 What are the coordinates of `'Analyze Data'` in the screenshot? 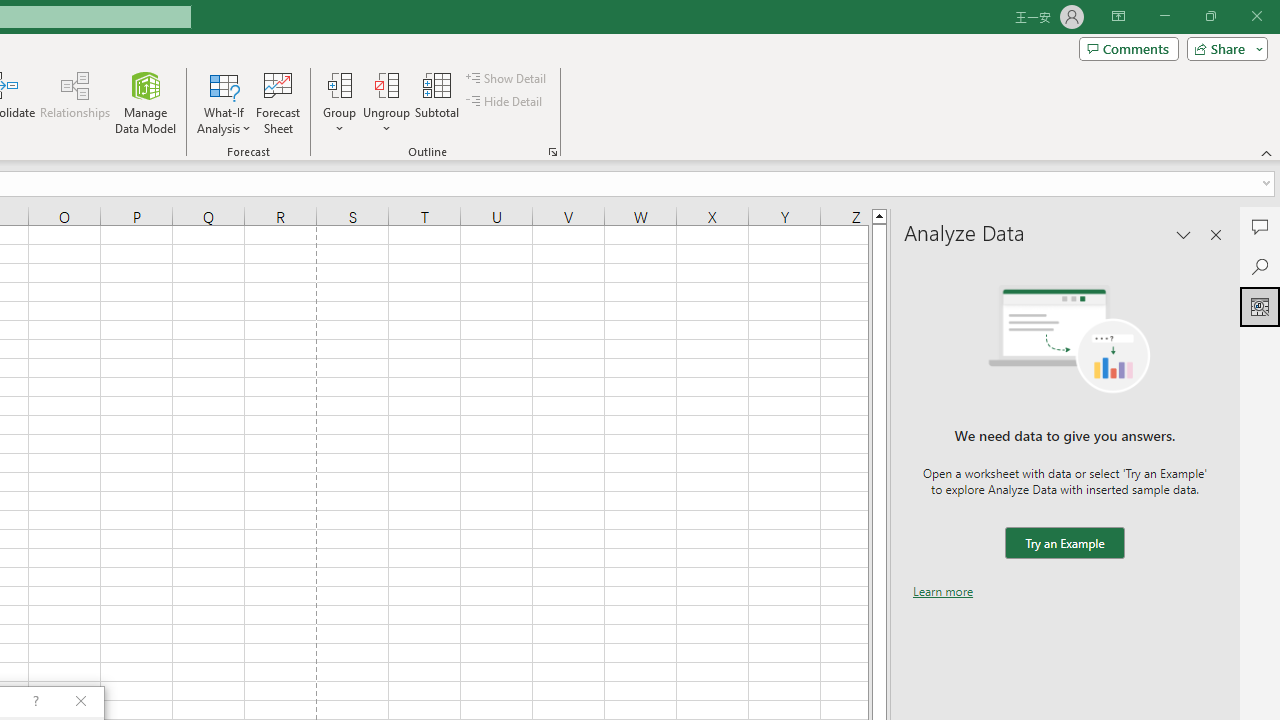 It's located at (1259, 307).